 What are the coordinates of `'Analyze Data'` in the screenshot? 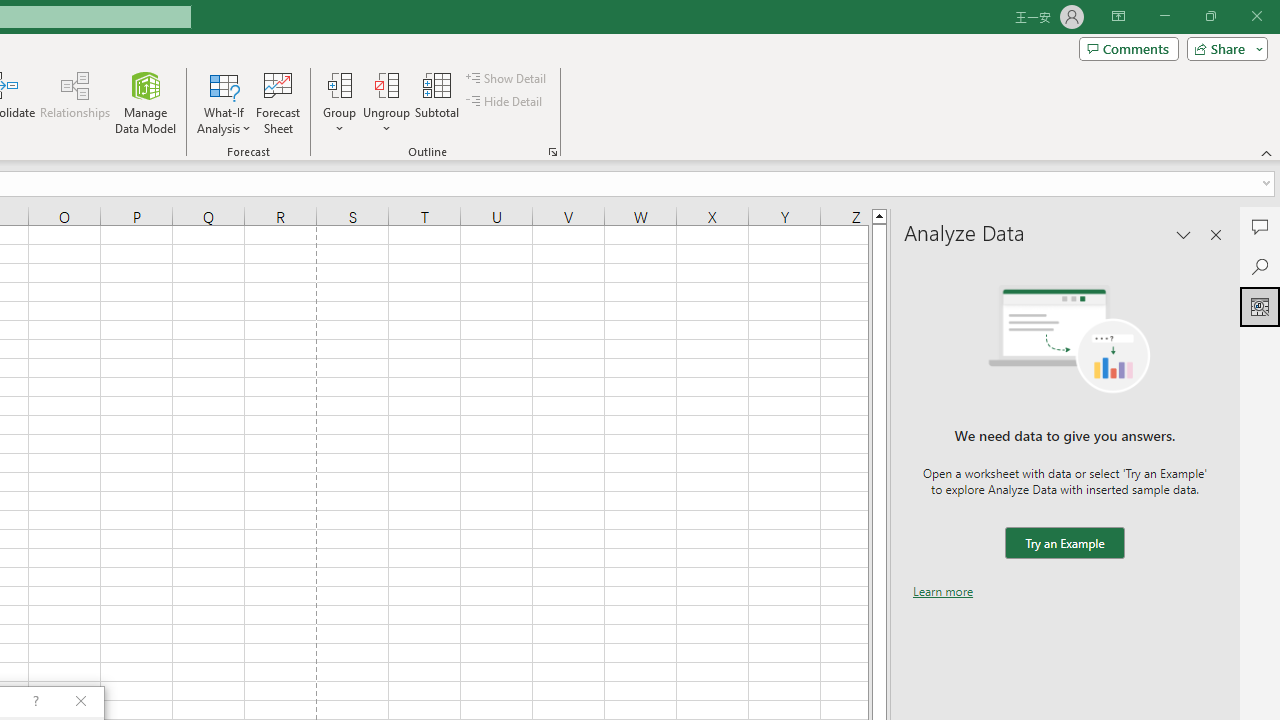 It's located at (1259, 307).